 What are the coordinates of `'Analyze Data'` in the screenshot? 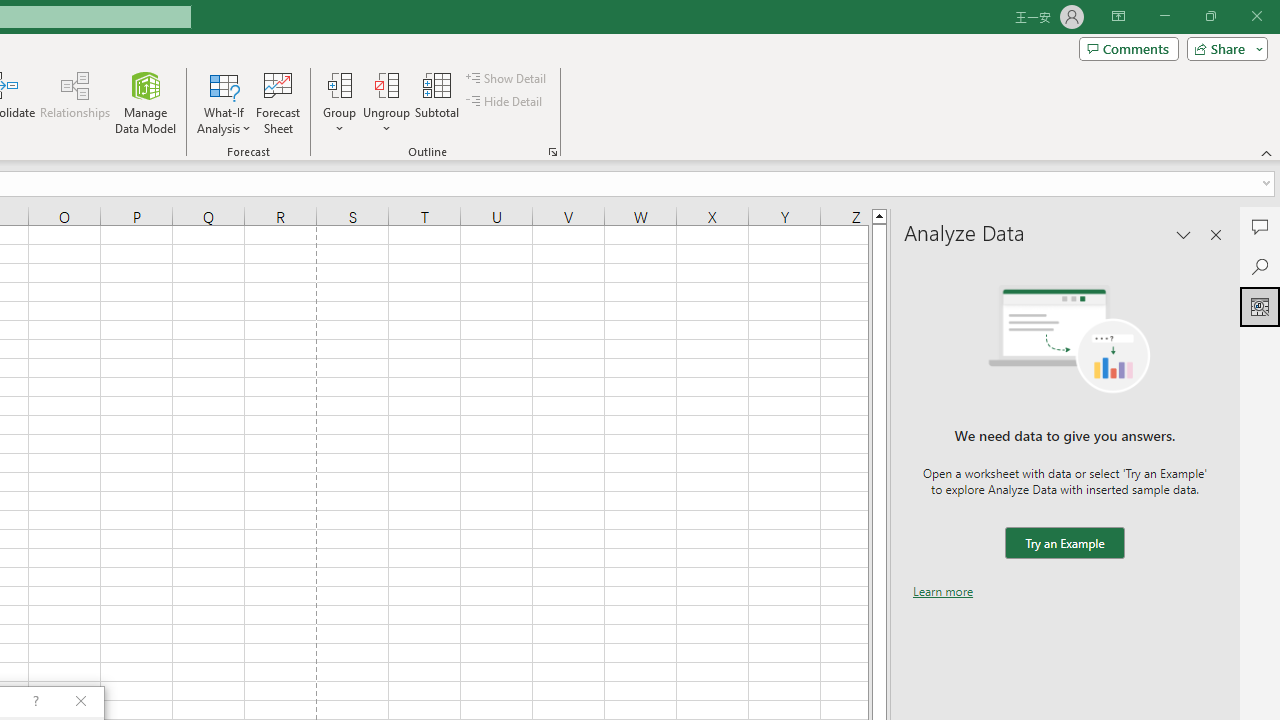 It's located at (1259, 307).